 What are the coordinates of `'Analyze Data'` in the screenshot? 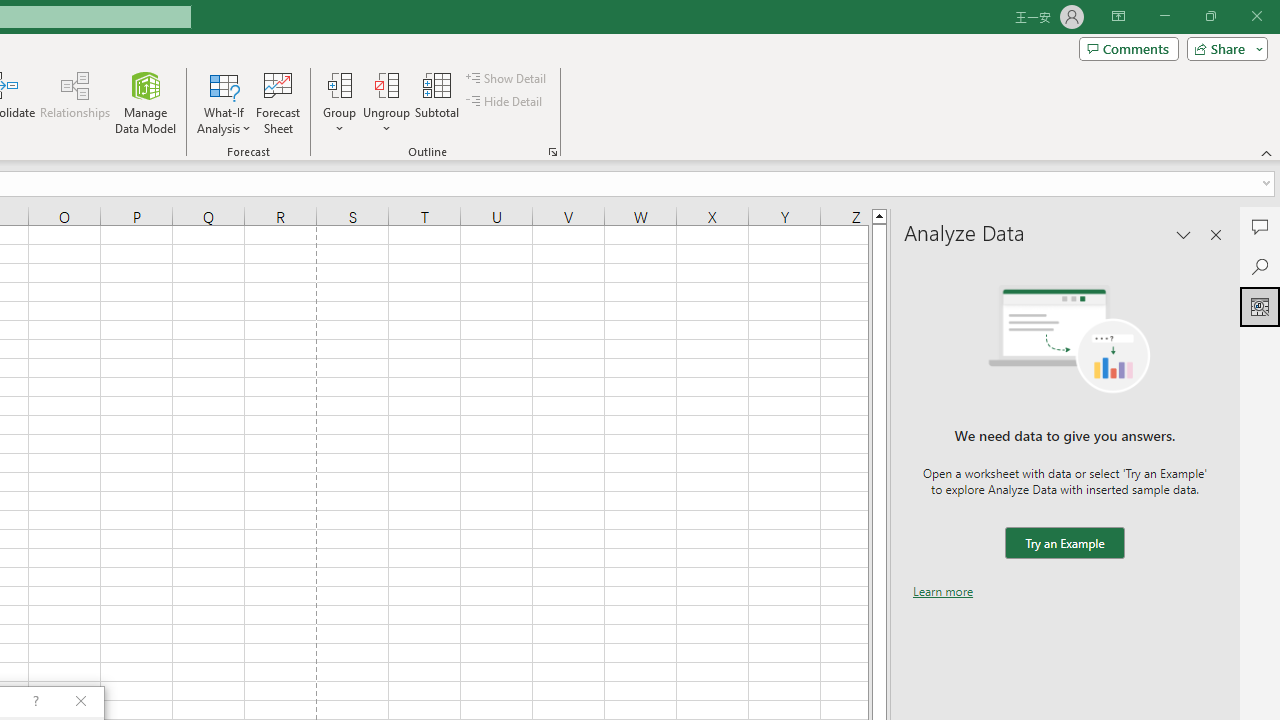 It's located at (1259, 307).